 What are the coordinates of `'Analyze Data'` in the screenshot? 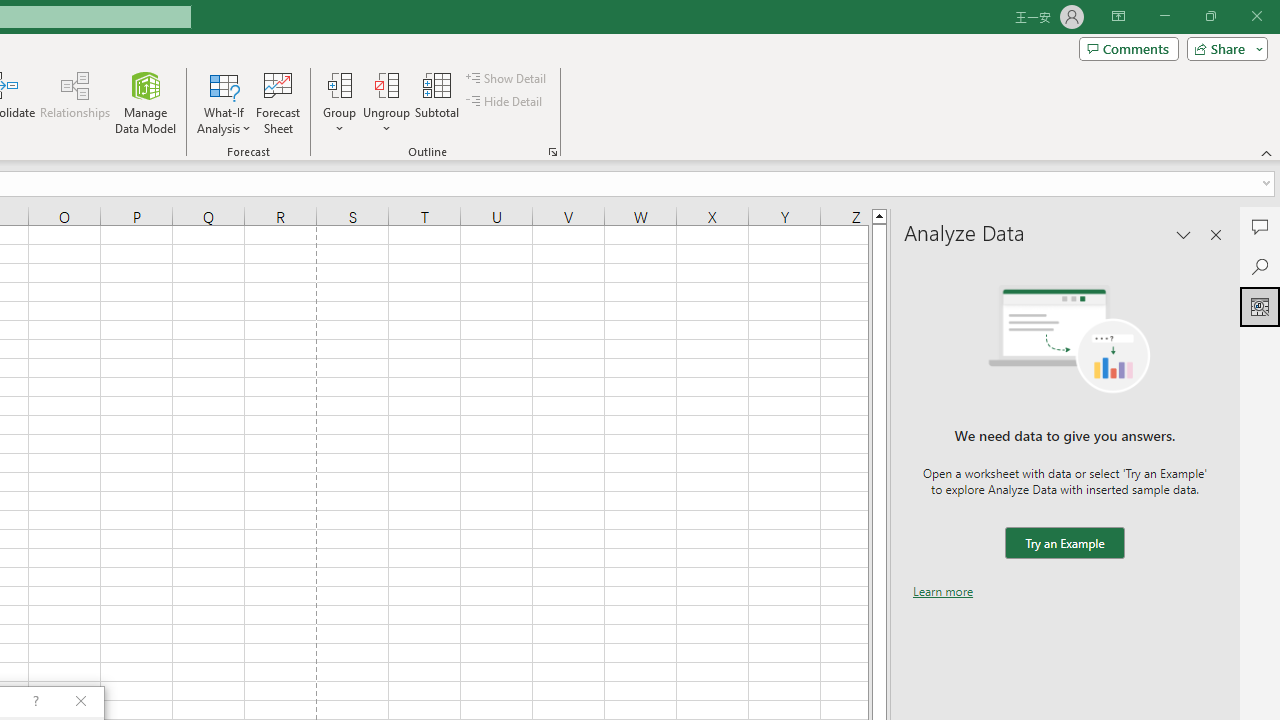 It's located at (1259, 307).